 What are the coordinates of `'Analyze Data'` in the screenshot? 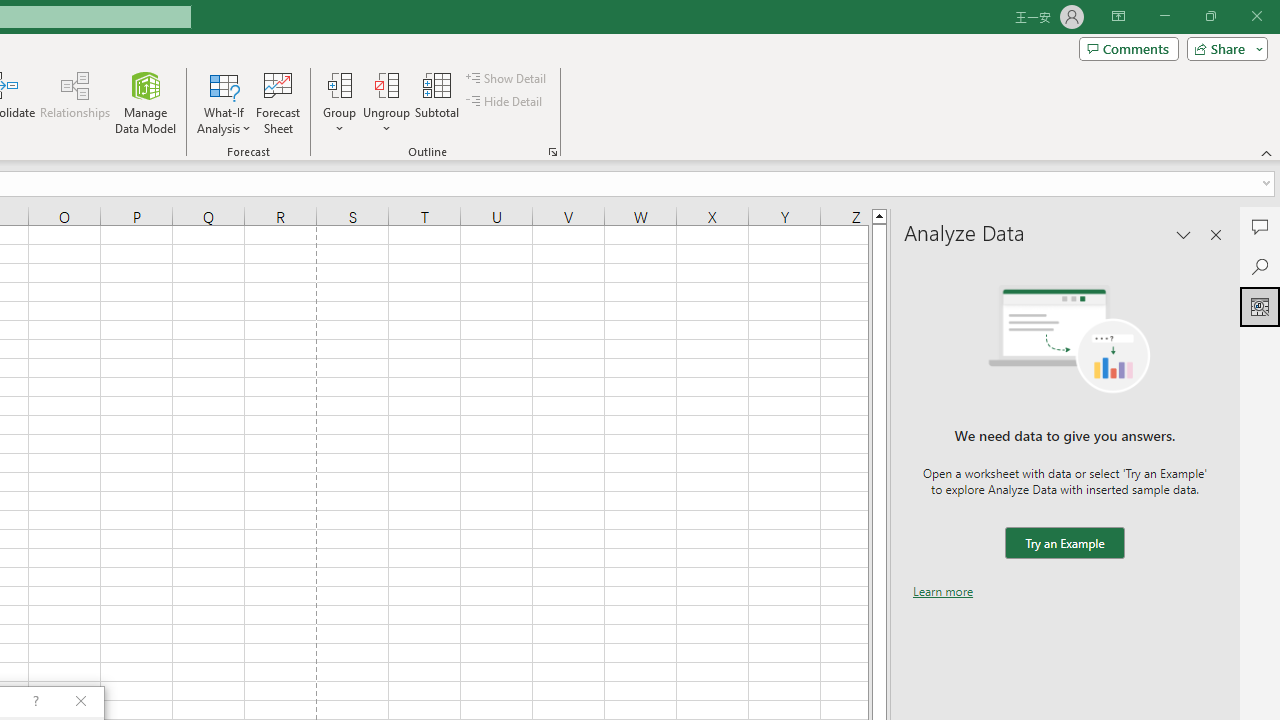 It's located at (1259, 307).